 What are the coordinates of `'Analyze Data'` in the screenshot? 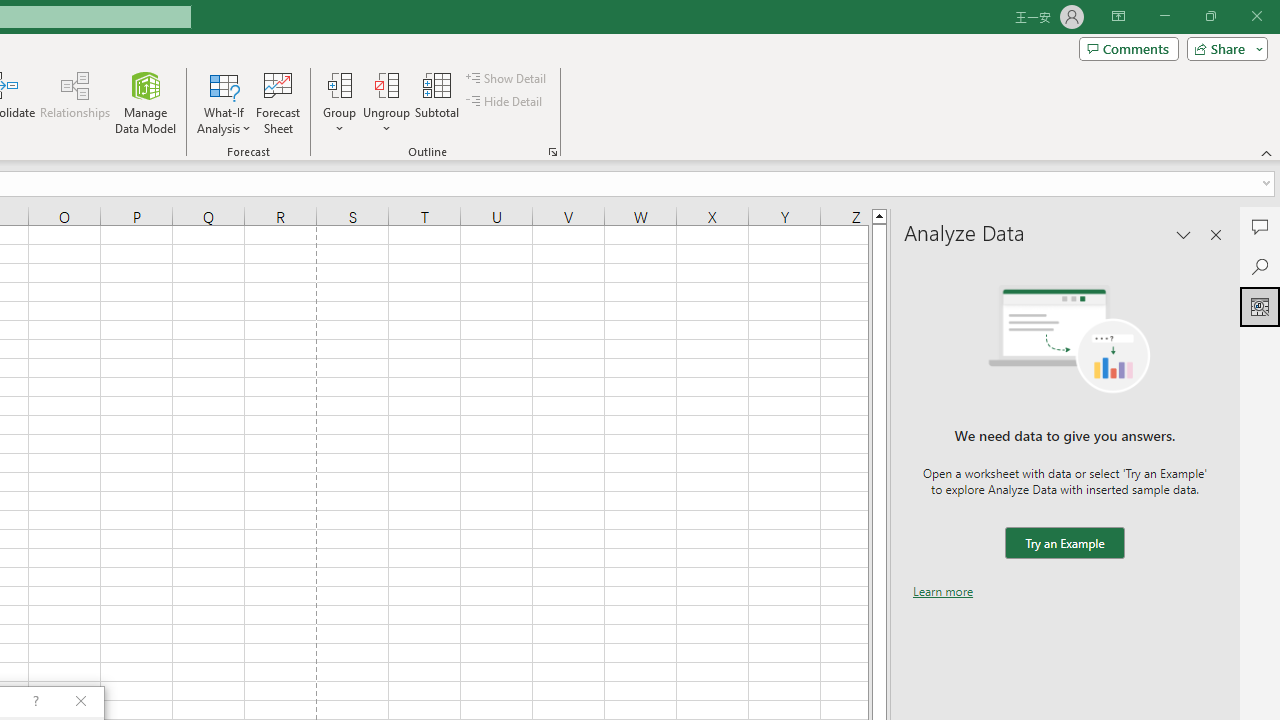 It's located at (1259, 307).